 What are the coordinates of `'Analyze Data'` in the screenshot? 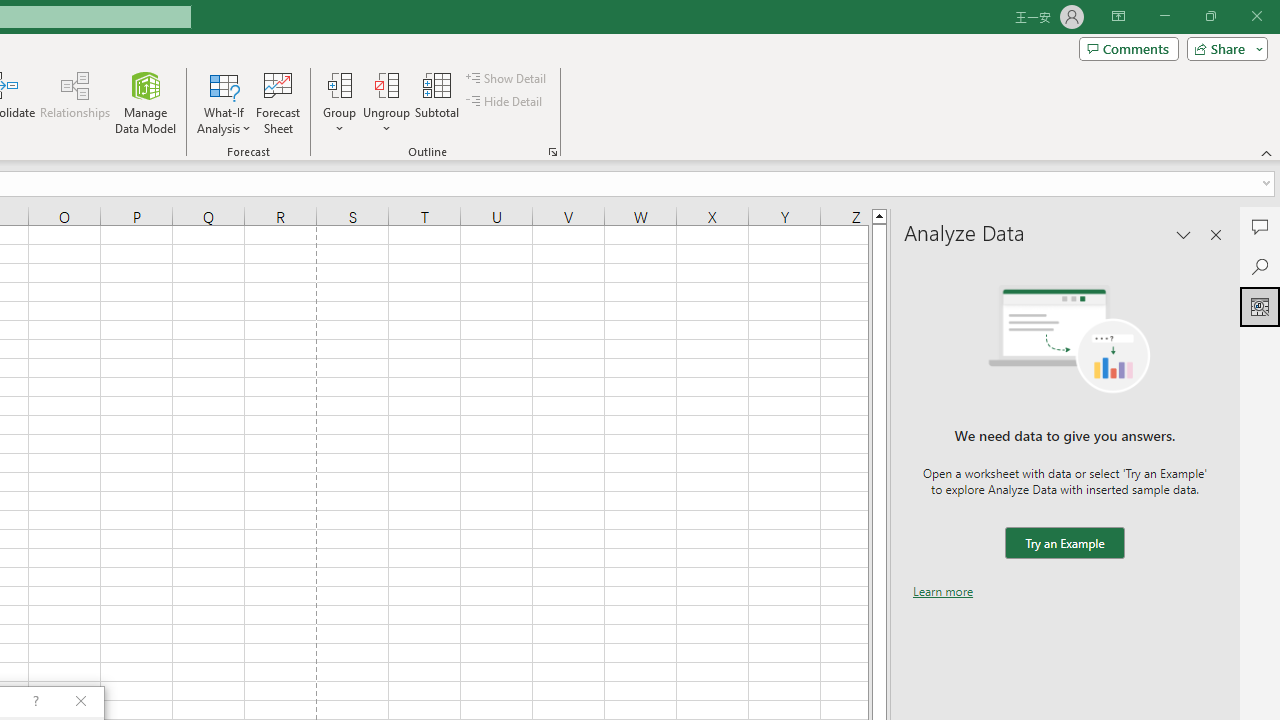 It's located at (1259, 307).